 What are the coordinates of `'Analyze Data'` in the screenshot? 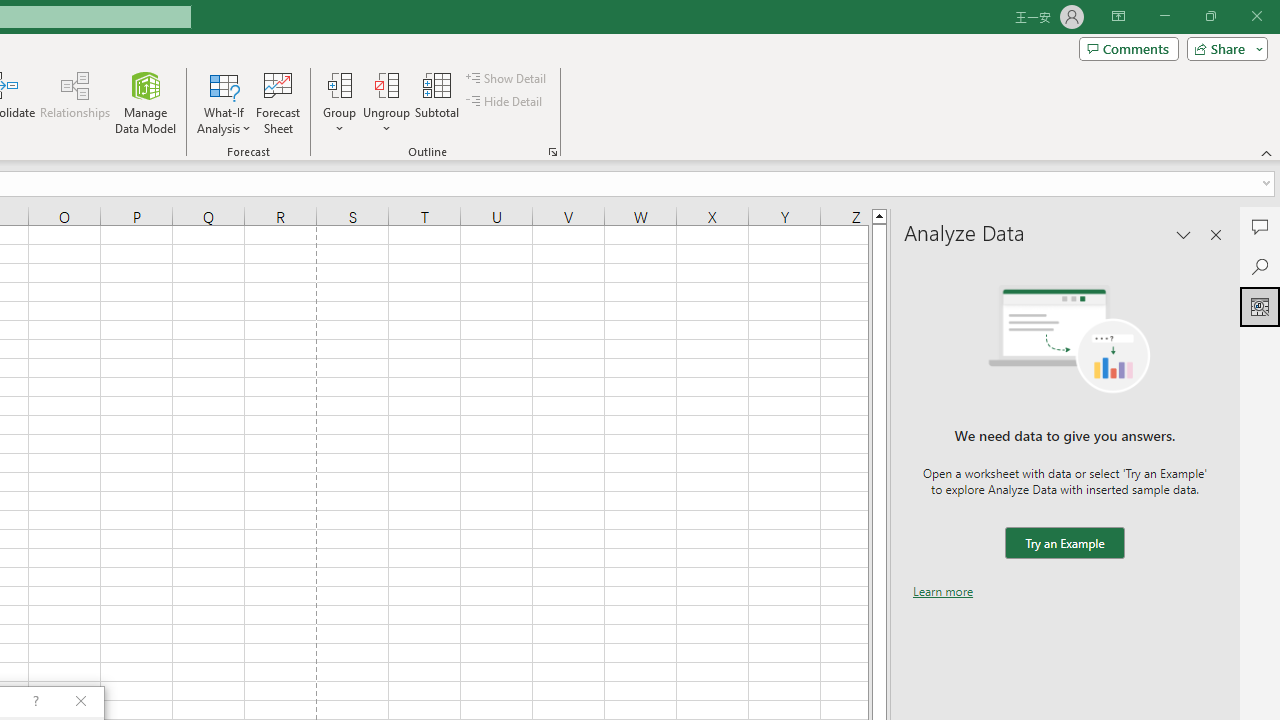 It's located at (1259, 307).